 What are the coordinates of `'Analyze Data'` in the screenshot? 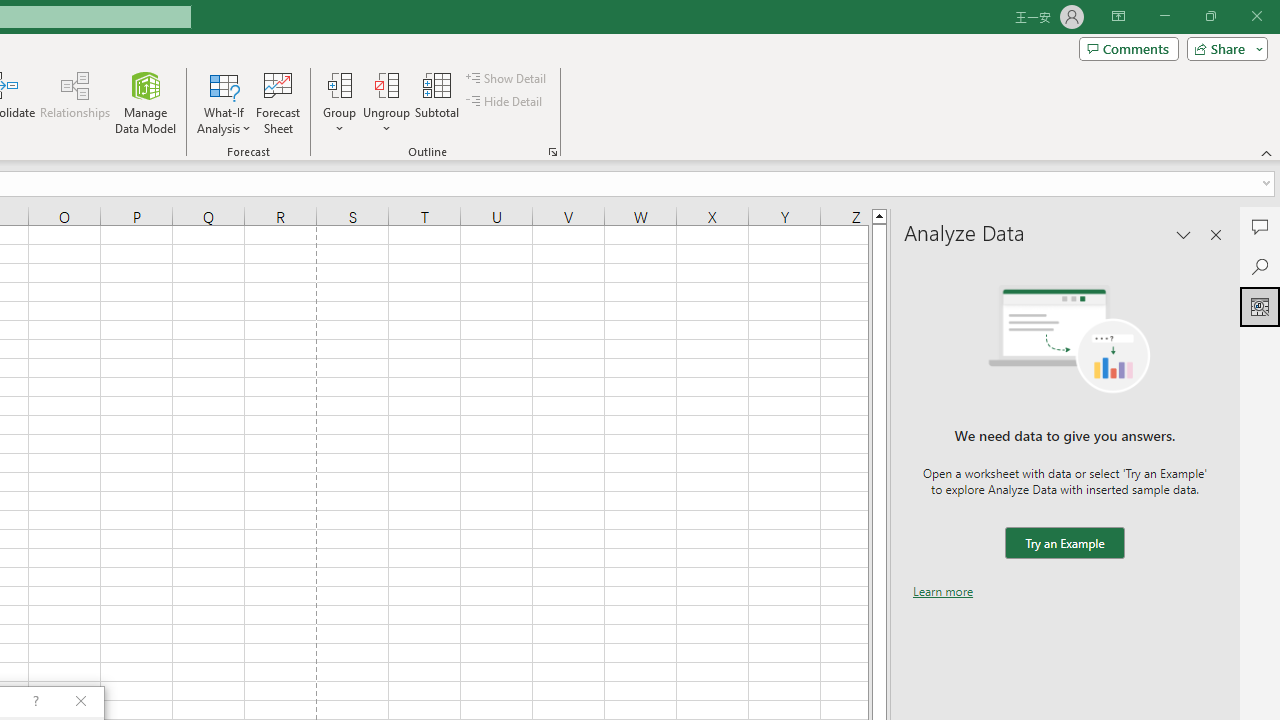 It's located at (1259, 307).